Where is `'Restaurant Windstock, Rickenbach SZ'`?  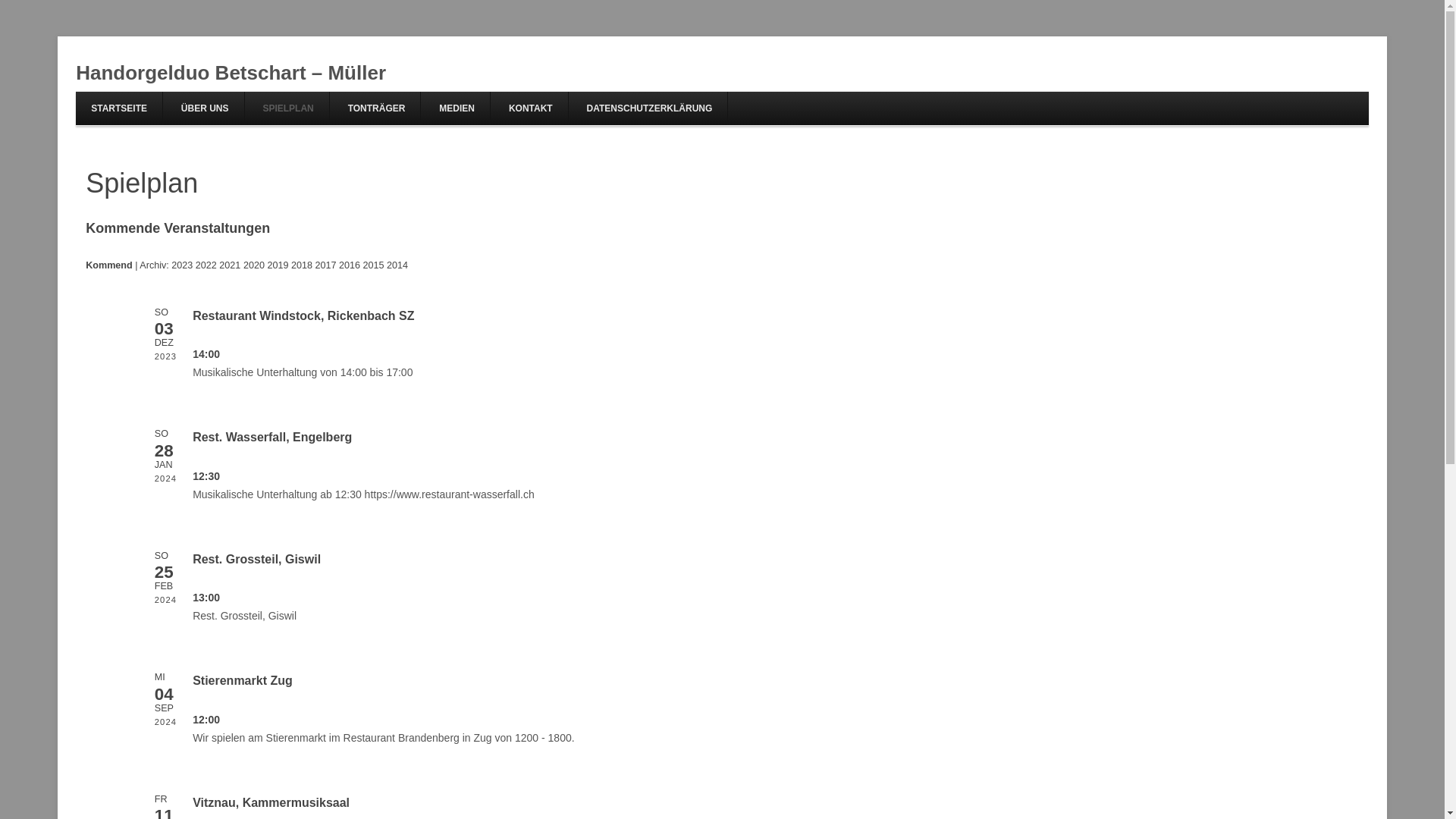
'Restaurant Windstock, Rickenbach SZ' is located at coordinates (192, 315).